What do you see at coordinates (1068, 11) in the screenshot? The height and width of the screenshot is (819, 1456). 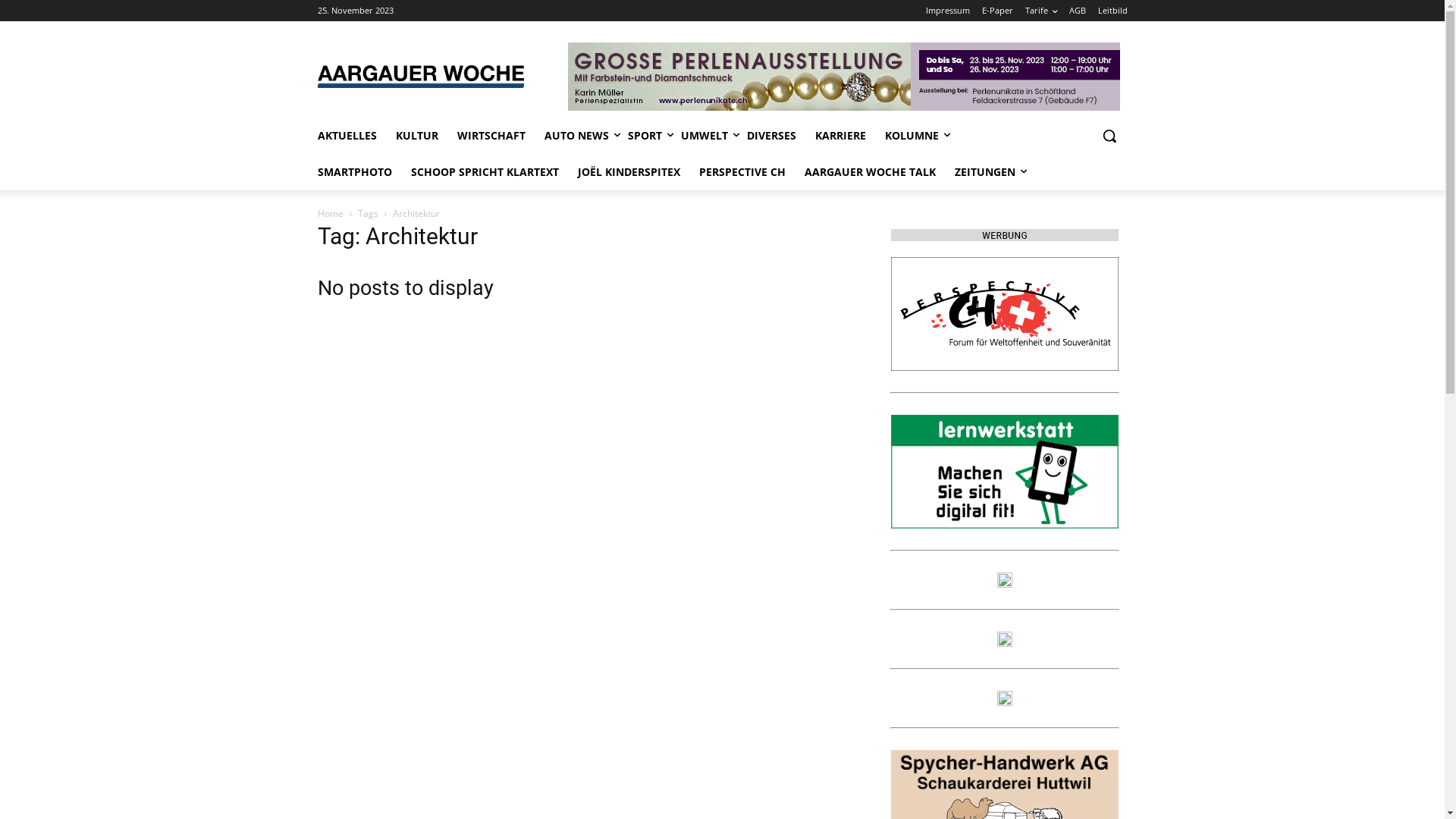 I see `'AGB'` at bounding box center [1068, 11].